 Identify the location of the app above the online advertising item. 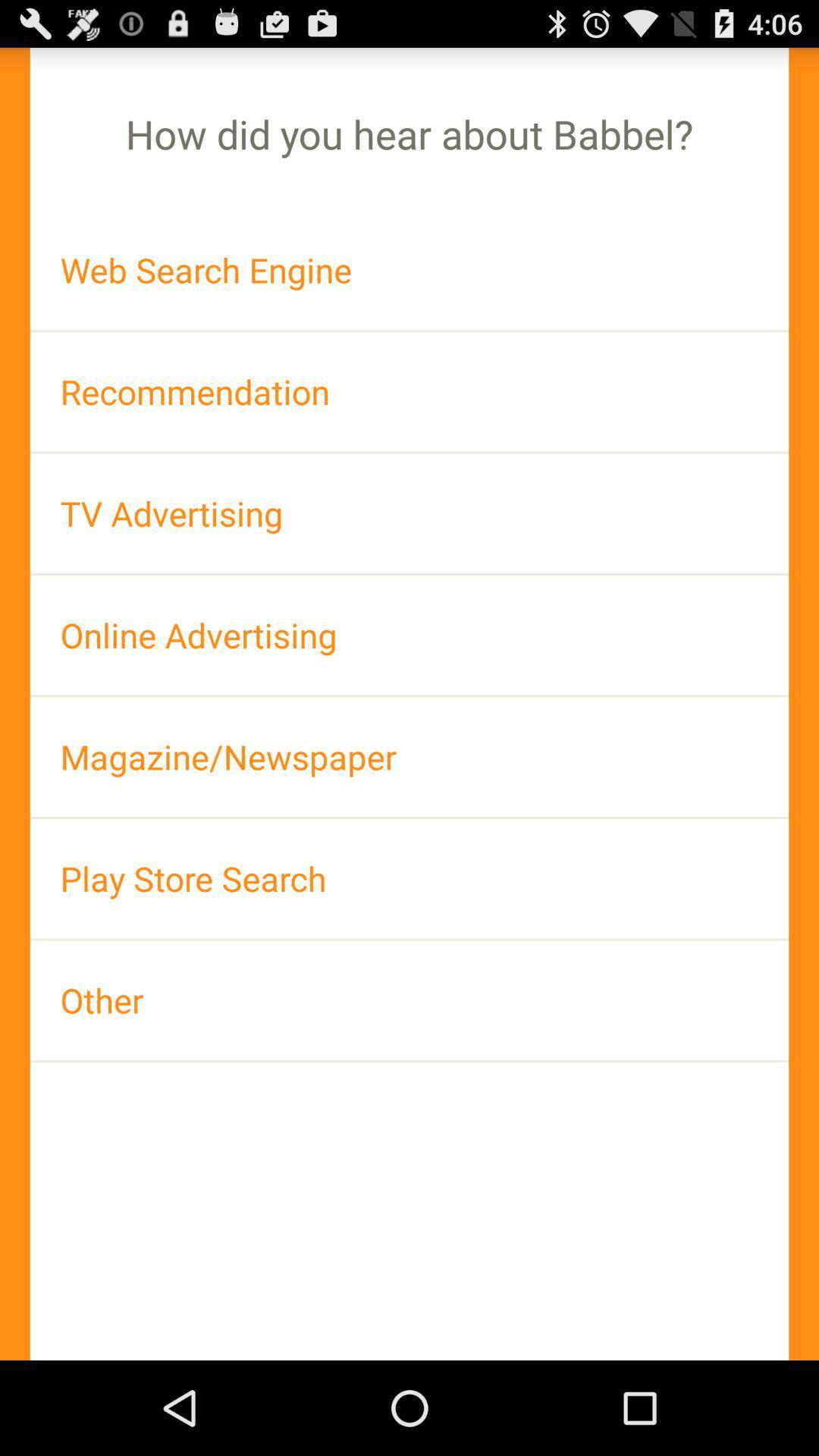
(409, 513).